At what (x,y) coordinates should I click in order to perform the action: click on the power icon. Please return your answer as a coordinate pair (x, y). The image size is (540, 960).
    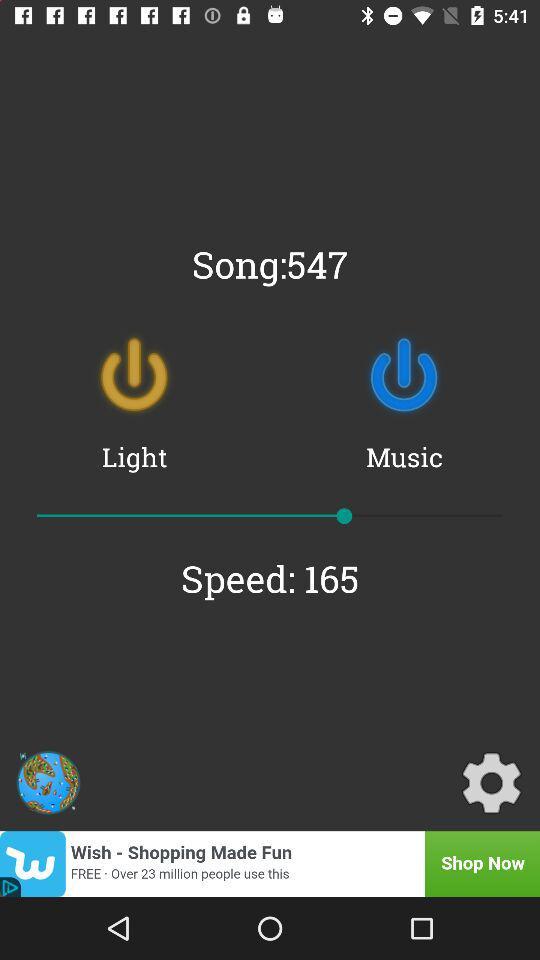
    Looking at the image, I should click on (134, 374).